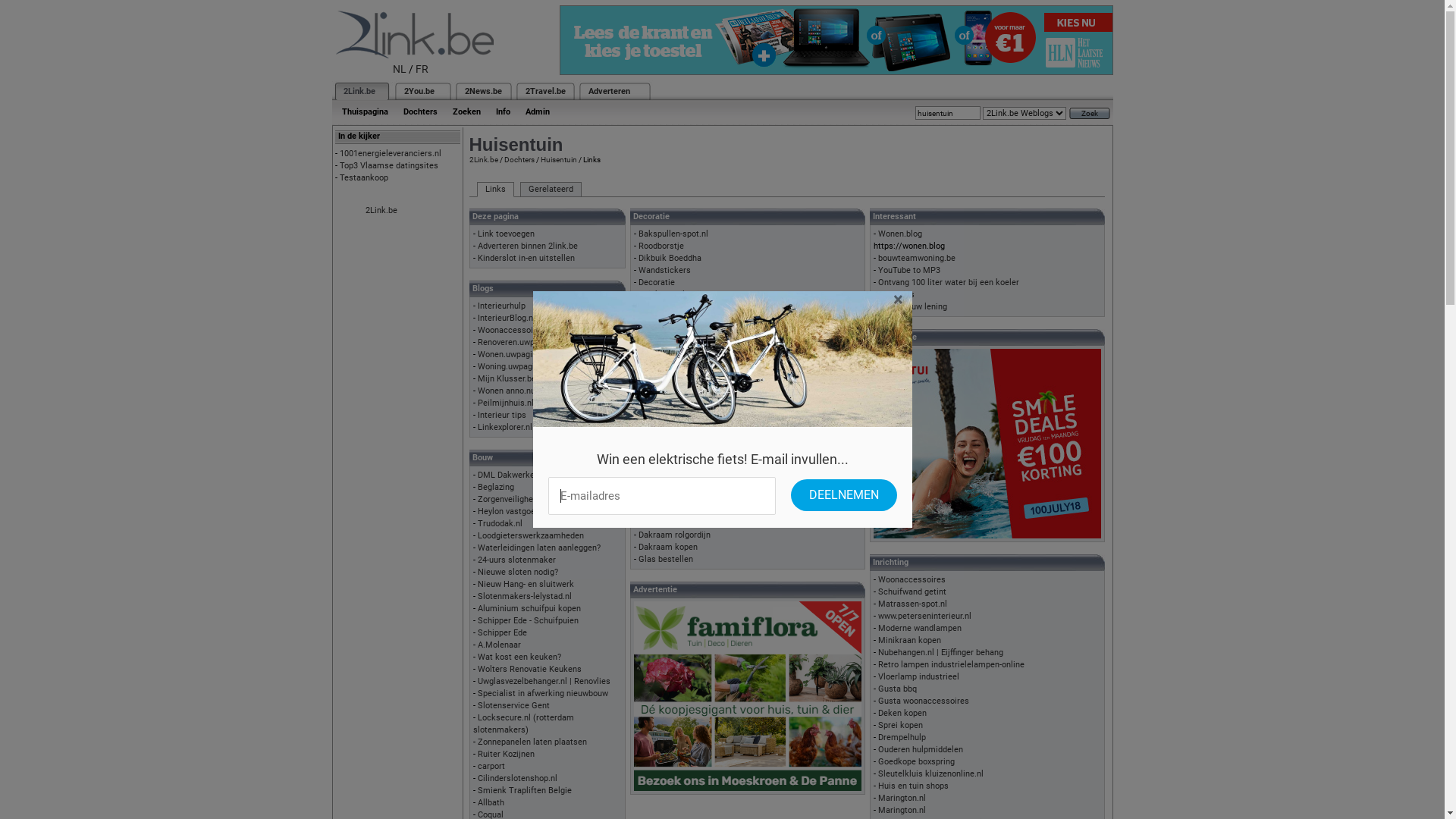  Describe the element at coordinates (550, 189) in the screenshot. I see `'Gerelateerd'` at that location.